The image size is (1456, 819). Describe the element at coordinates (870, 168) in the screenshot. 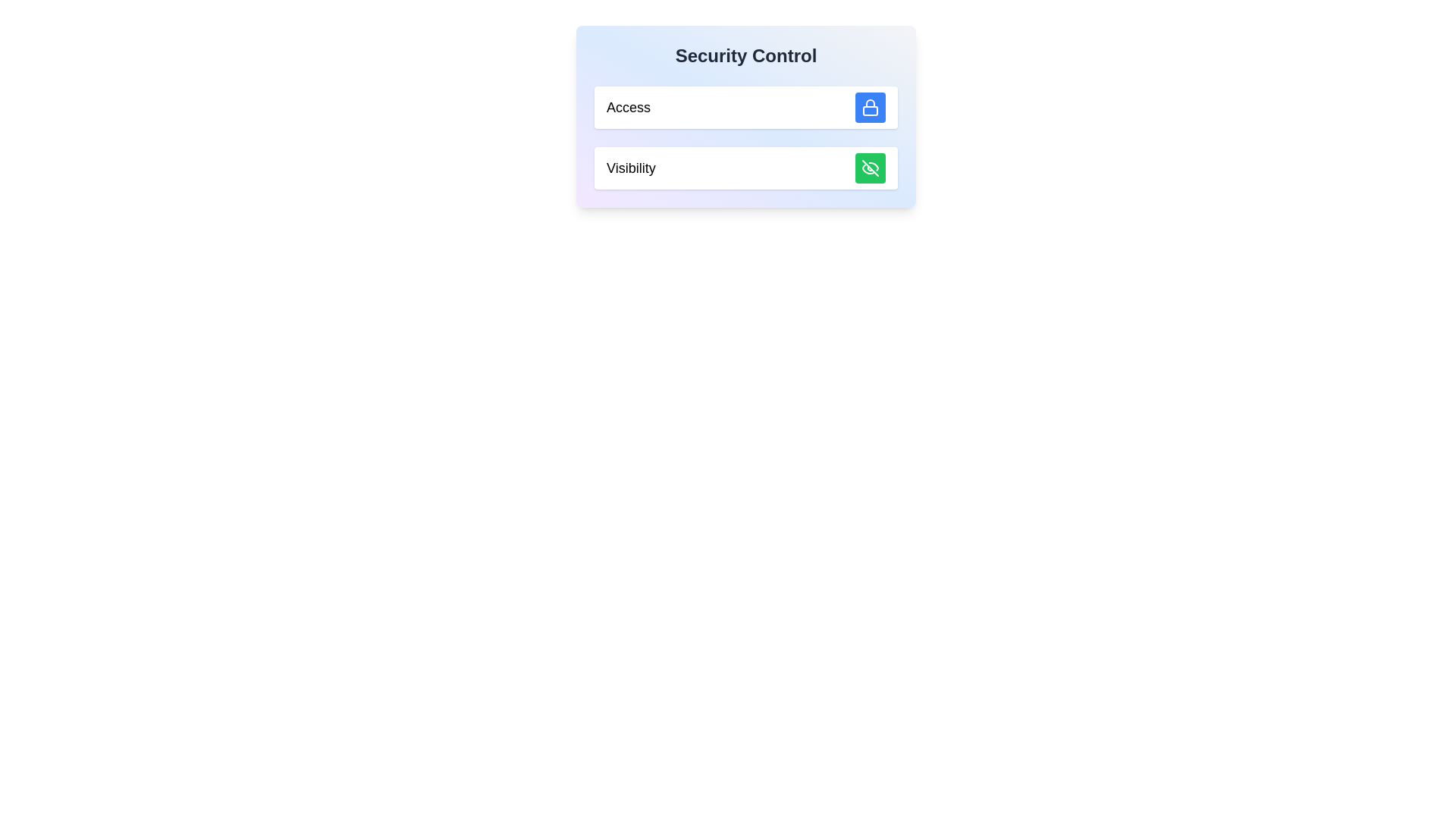

I see `the small rectangular green button with a white eye icon and strikethrough, located on the far right of the 'Visibility' section in the 'Security Control' panel` at that location.